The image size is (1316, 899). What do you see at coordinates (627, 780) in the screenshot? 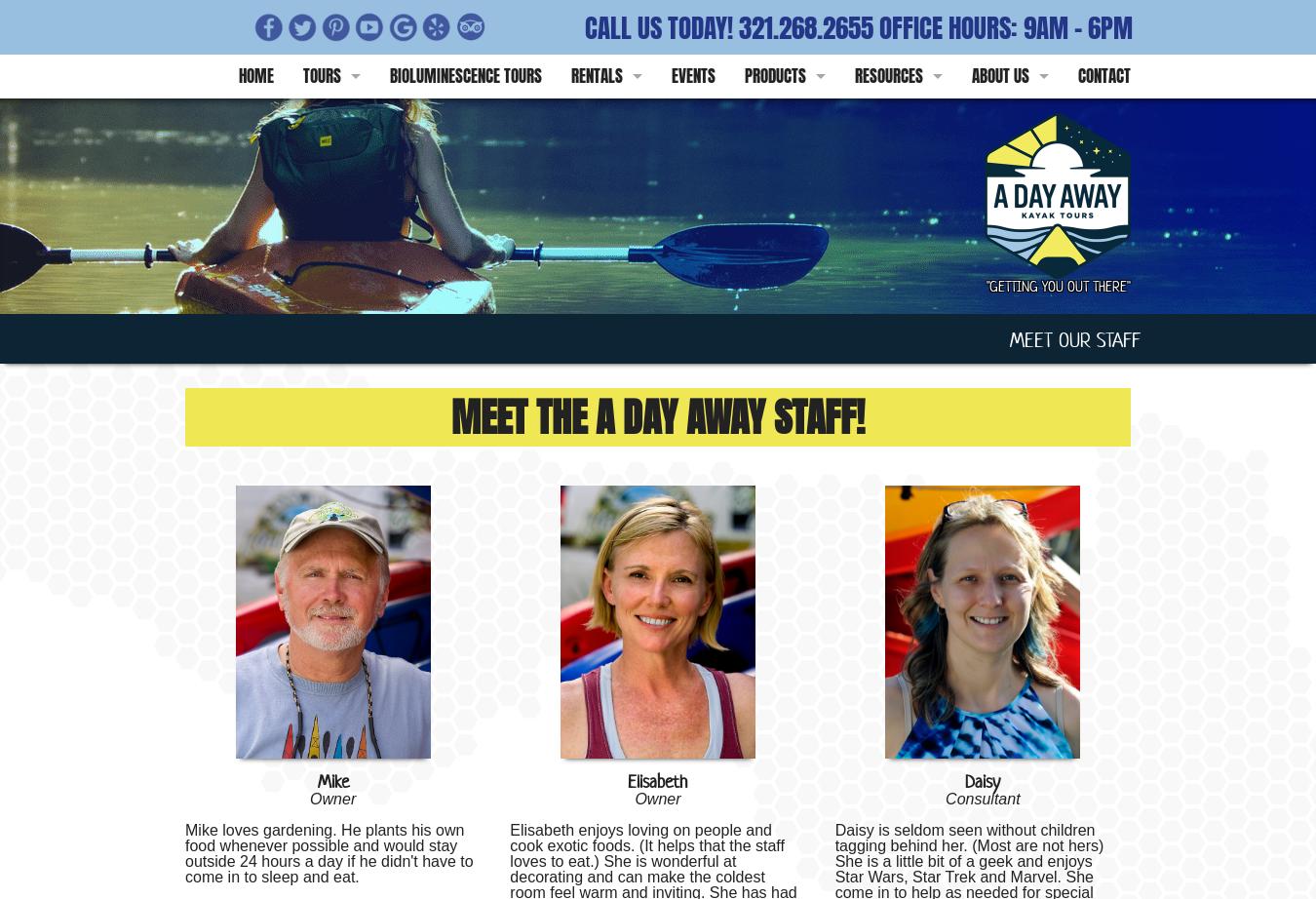
I see `'Elisabeth'` at bounding box center [627, 780].